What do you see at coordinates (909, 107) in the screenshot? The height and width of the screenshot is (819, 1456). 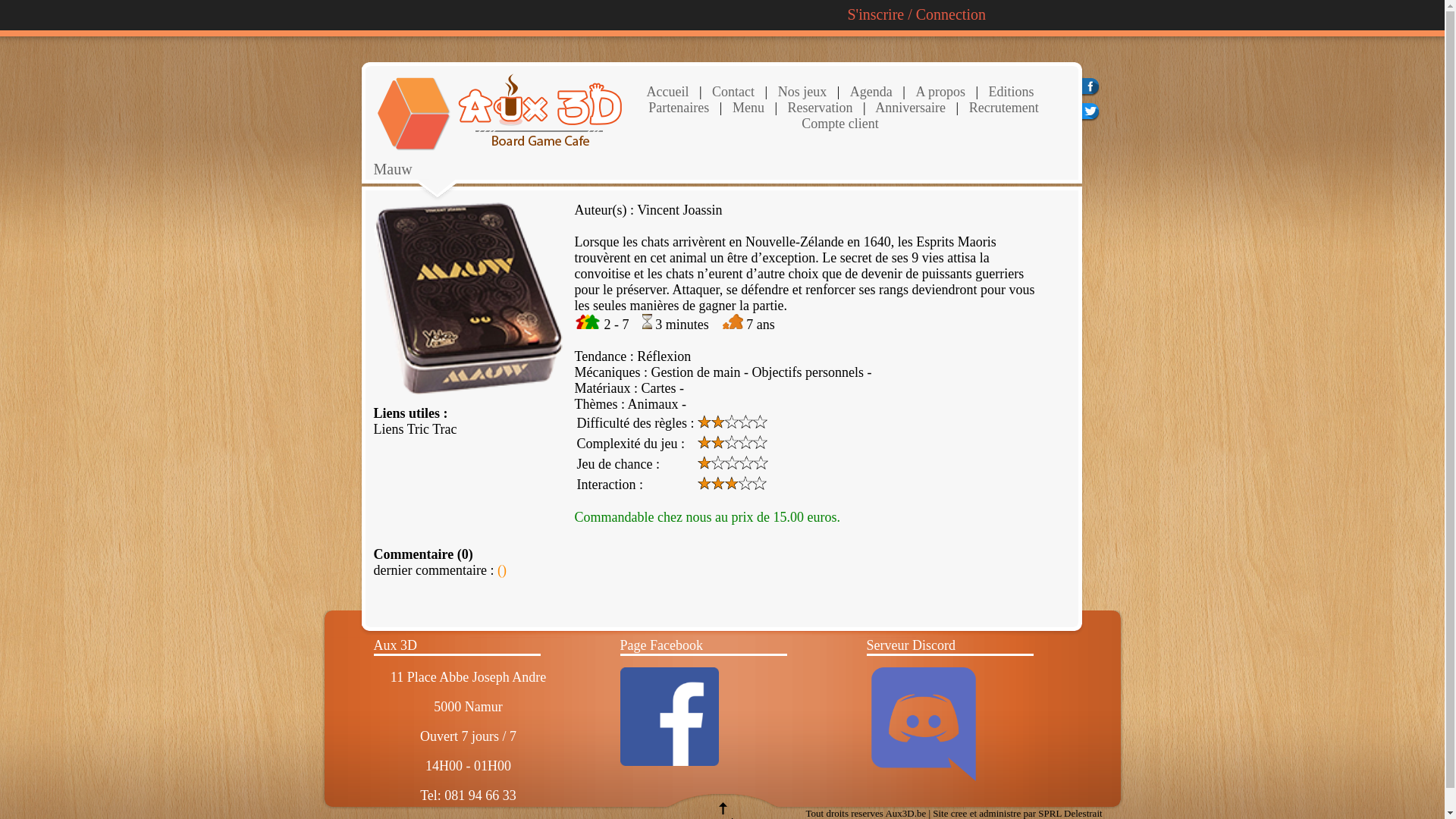 I see `'Anniversaire'` at bounding box center [909, 107].